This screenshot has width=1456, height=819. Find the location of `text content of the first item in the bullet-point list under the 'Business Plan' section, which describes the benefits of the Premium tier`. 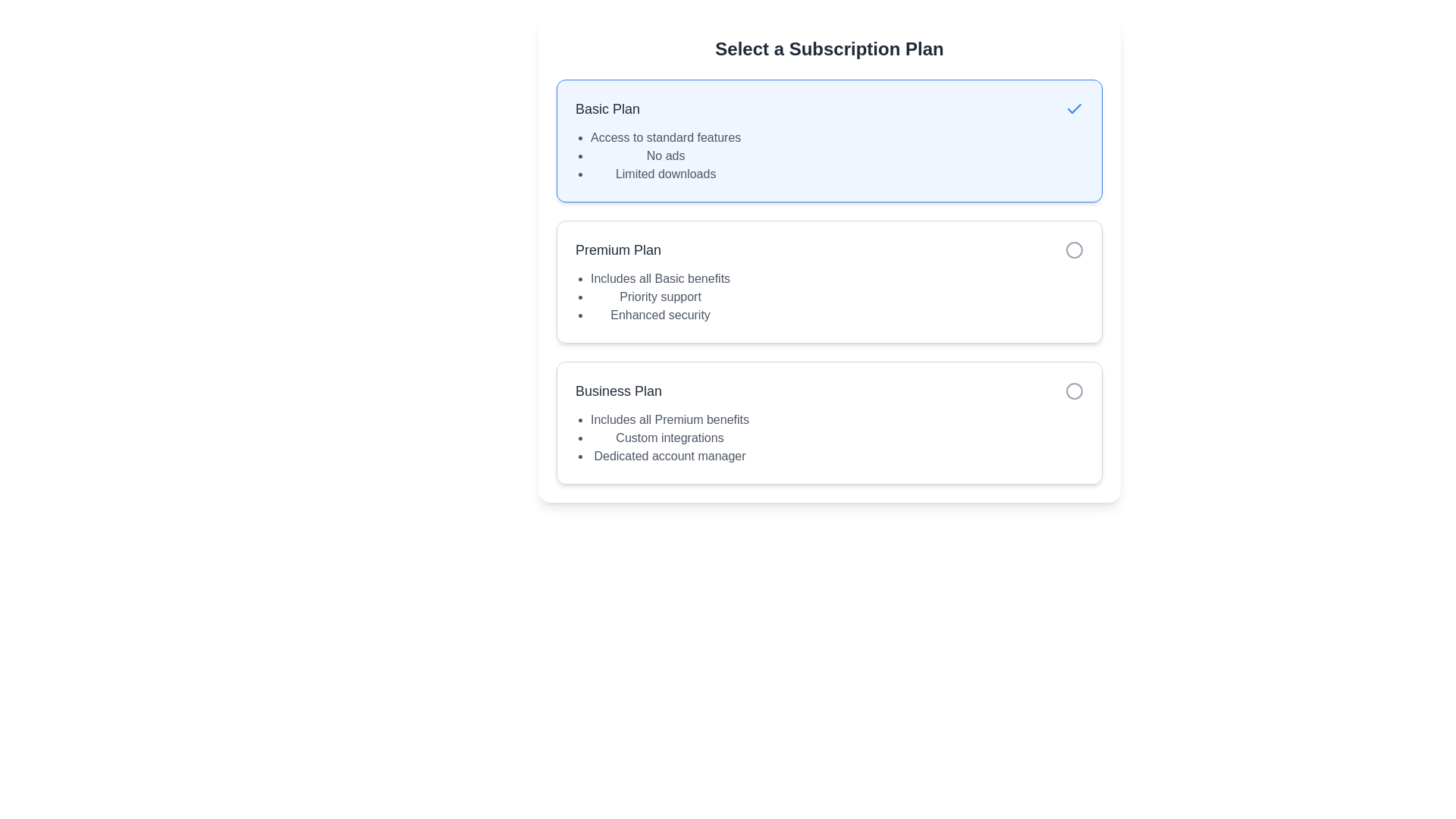

text content of the first item in the bullet-point list under the 'Business Plan' section, which describes the benefits of the Premium tier is located at coordinates (669, 420).